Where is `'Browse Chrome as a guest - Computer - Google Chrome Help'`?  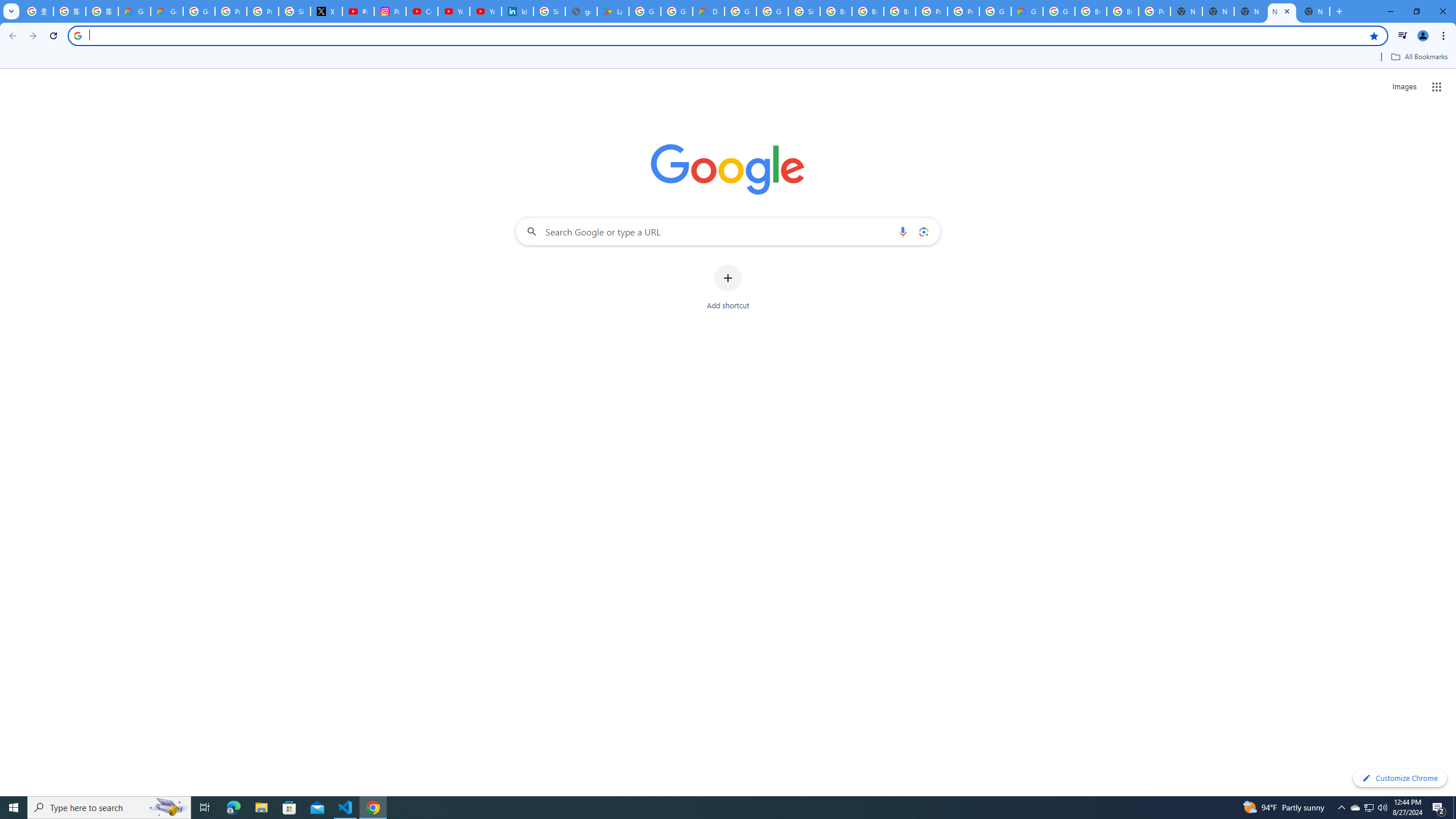 'Browse Chrome as a guest - Computer - Google Chrome Help' is located at coordinates (868, 11).